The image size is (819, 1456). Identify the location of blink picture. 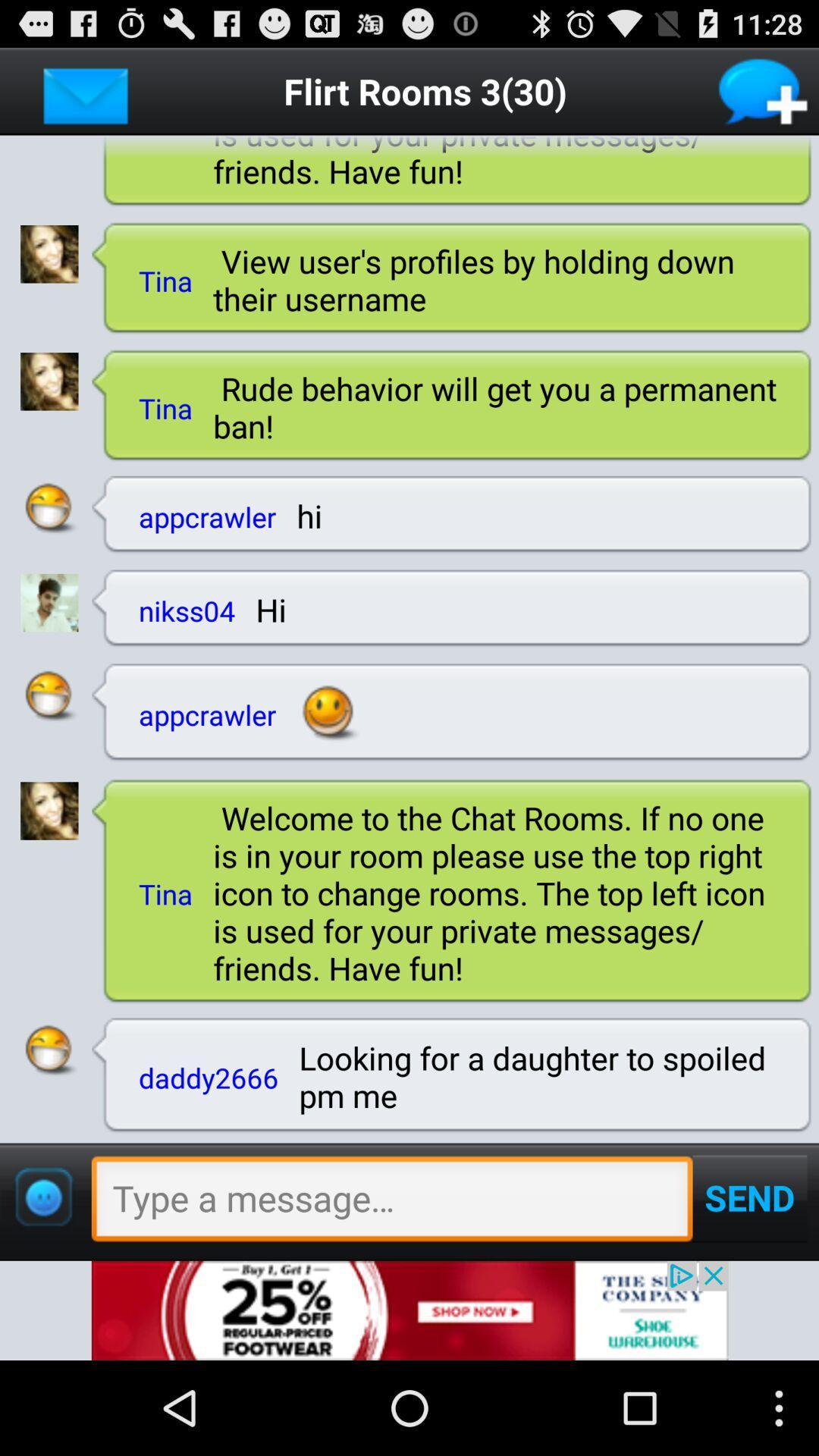
(49, 381).